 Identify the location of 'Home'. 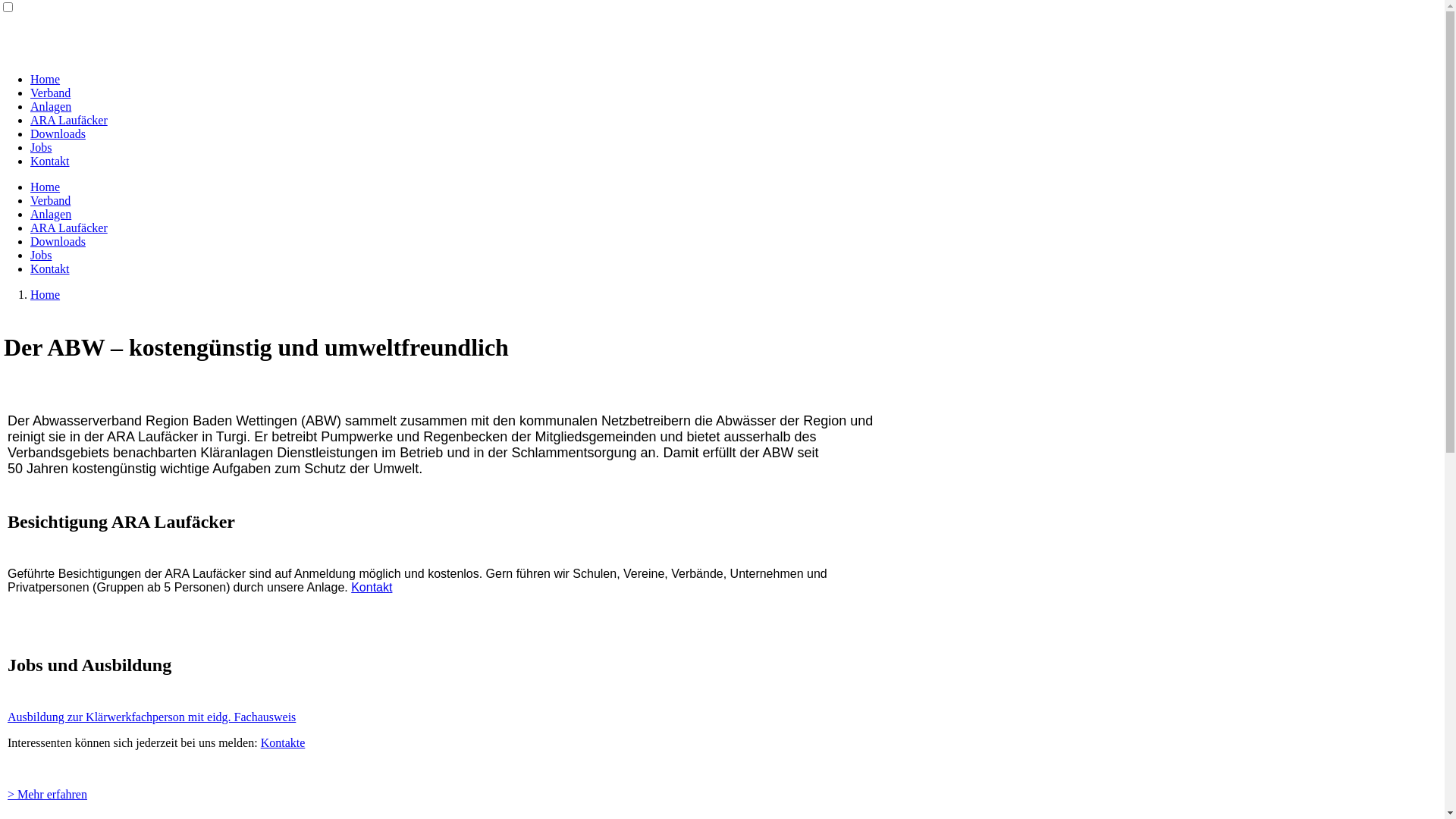
(45, 294).